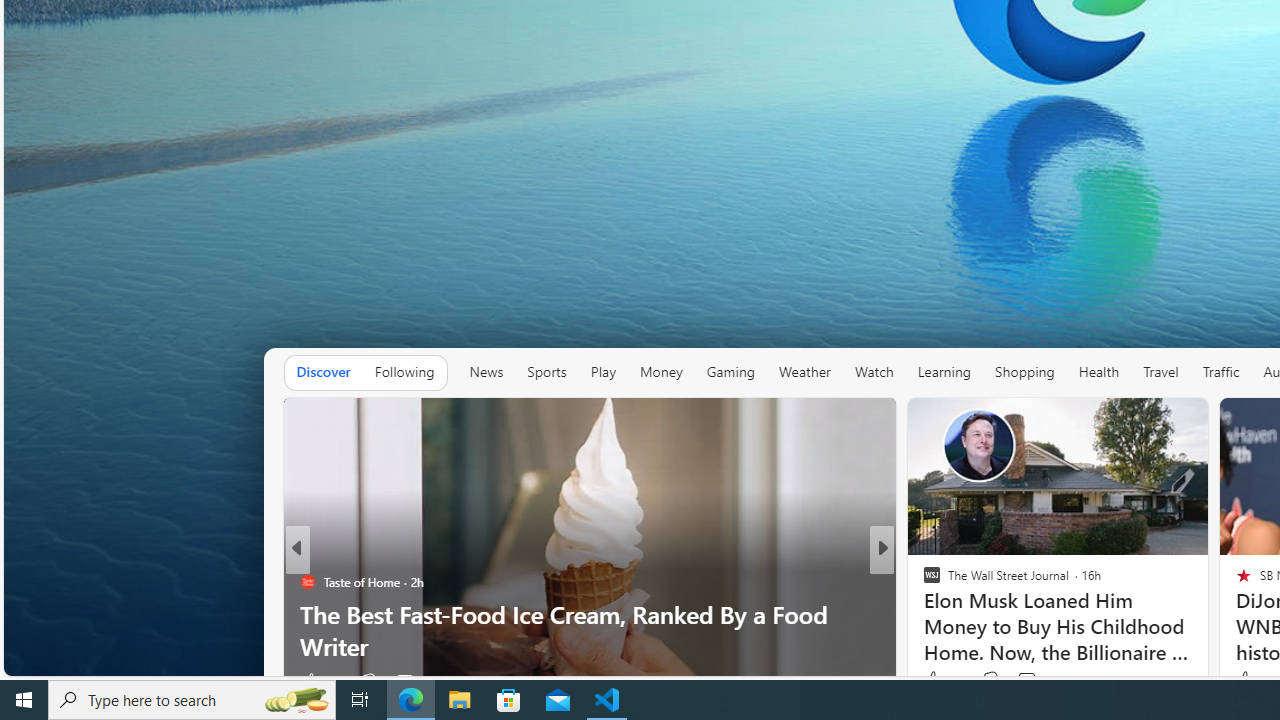 This screenshot has width=1280, height=720. I want to click on 'View comments 247 Comment', so click(1032, 680).